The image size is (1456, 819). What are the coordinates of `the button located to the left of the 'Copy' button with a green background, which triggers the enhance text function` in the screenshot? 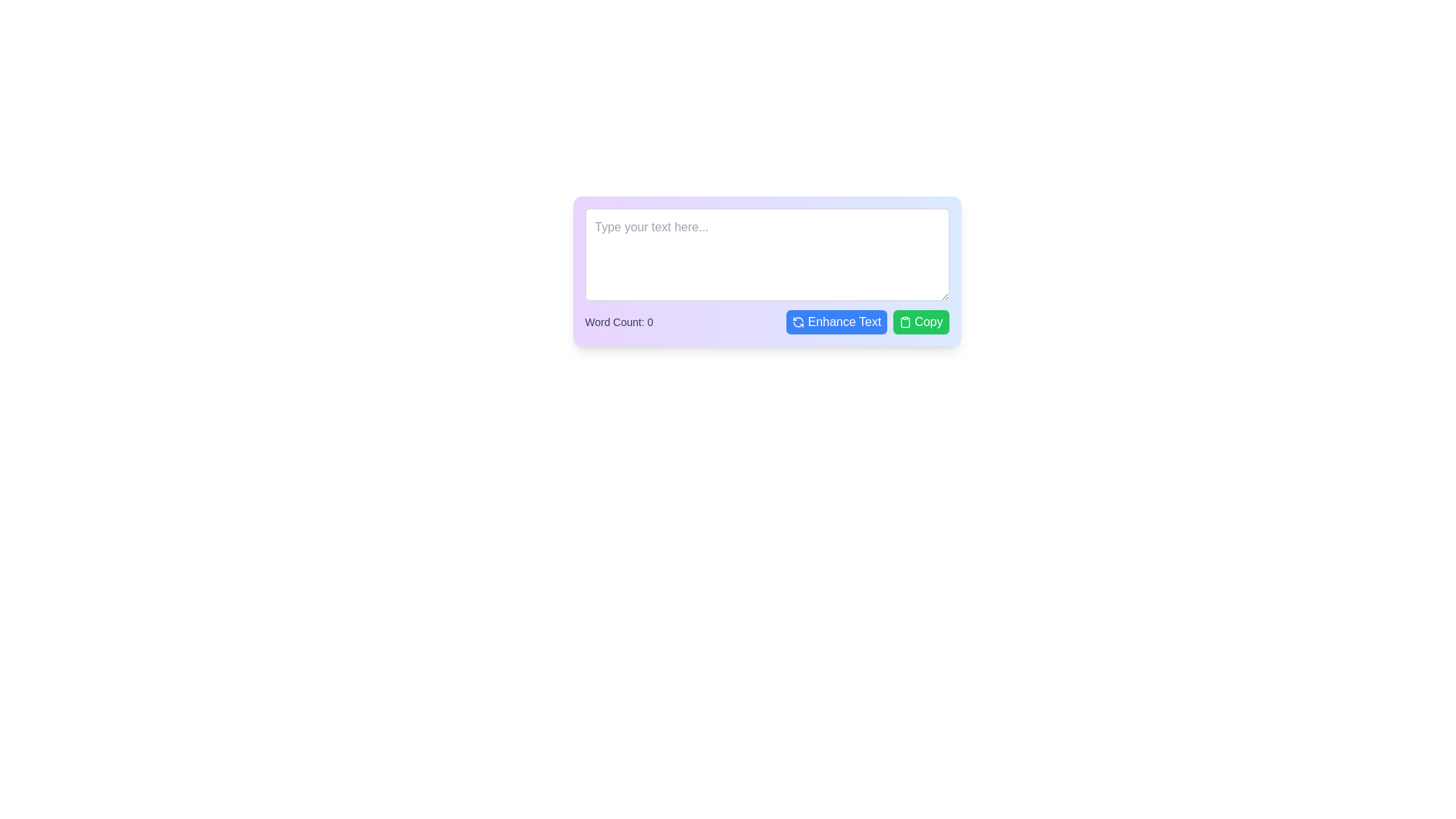 It's located at (868, 321).